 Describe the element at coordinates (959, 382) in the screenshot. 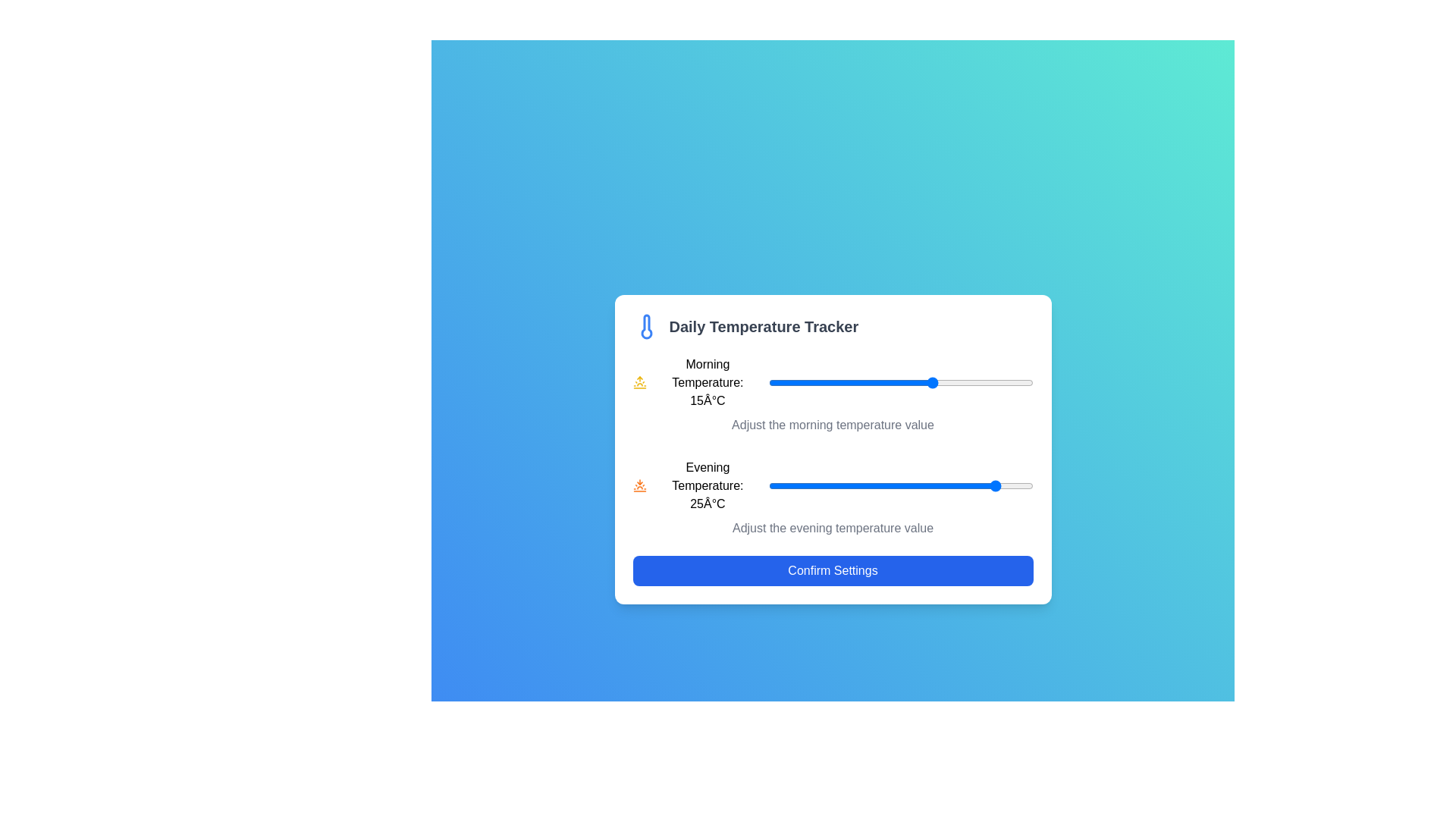

I see `the morning temperature slider to a value of 19` at that location.